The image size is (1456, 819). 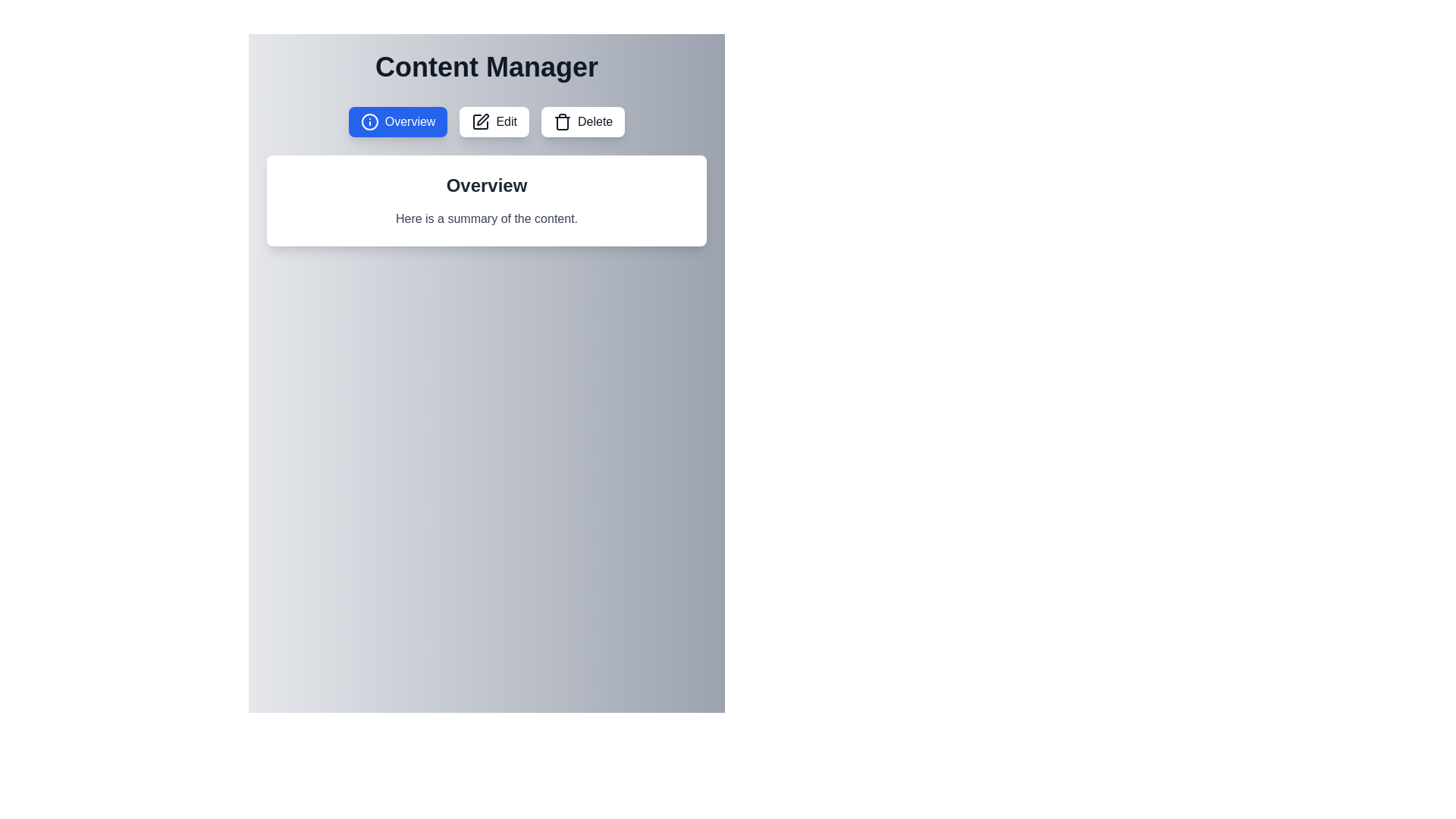 I want to click on the Overview button, so click(x=397, y=121).